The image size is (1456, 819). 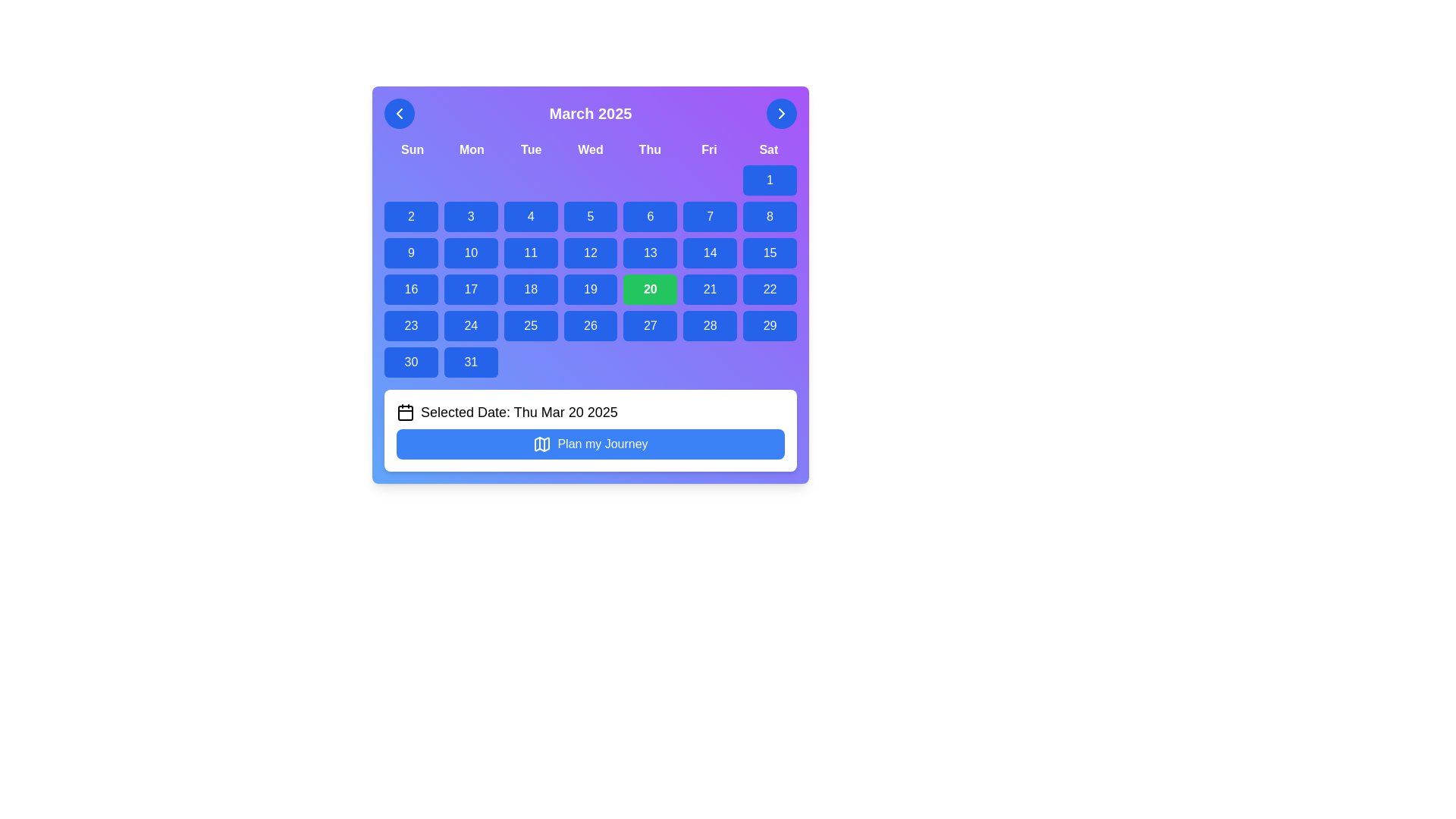 I want to click on the blue rectangular button with rounded corners that displays the number '10' in white text, located in the second row and fourth column of the calendar grid, so click(x=470, y=253).